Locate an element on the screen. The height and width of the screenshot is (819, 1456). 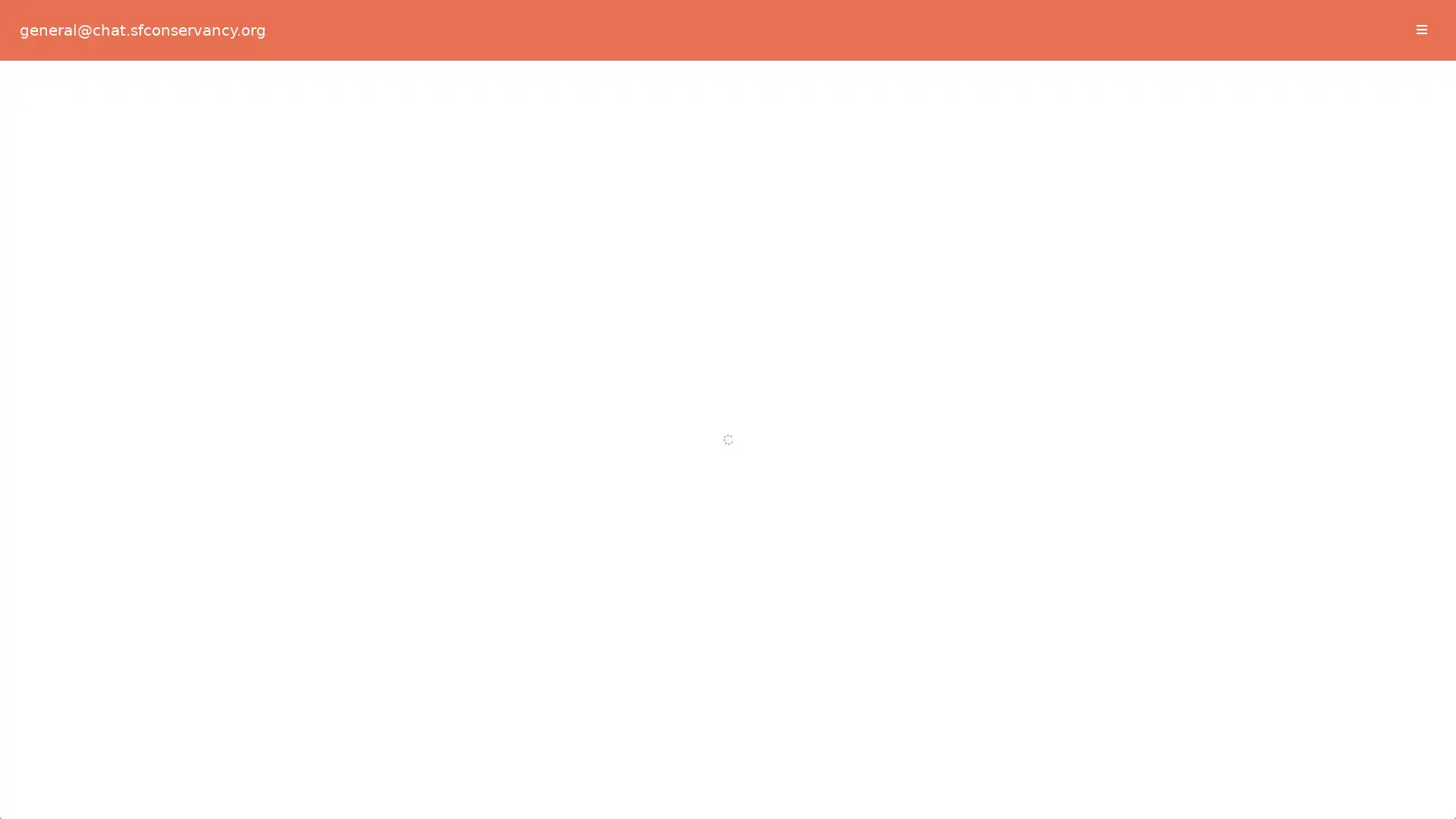
Enter groupchat is located at coordinates (726, 336).